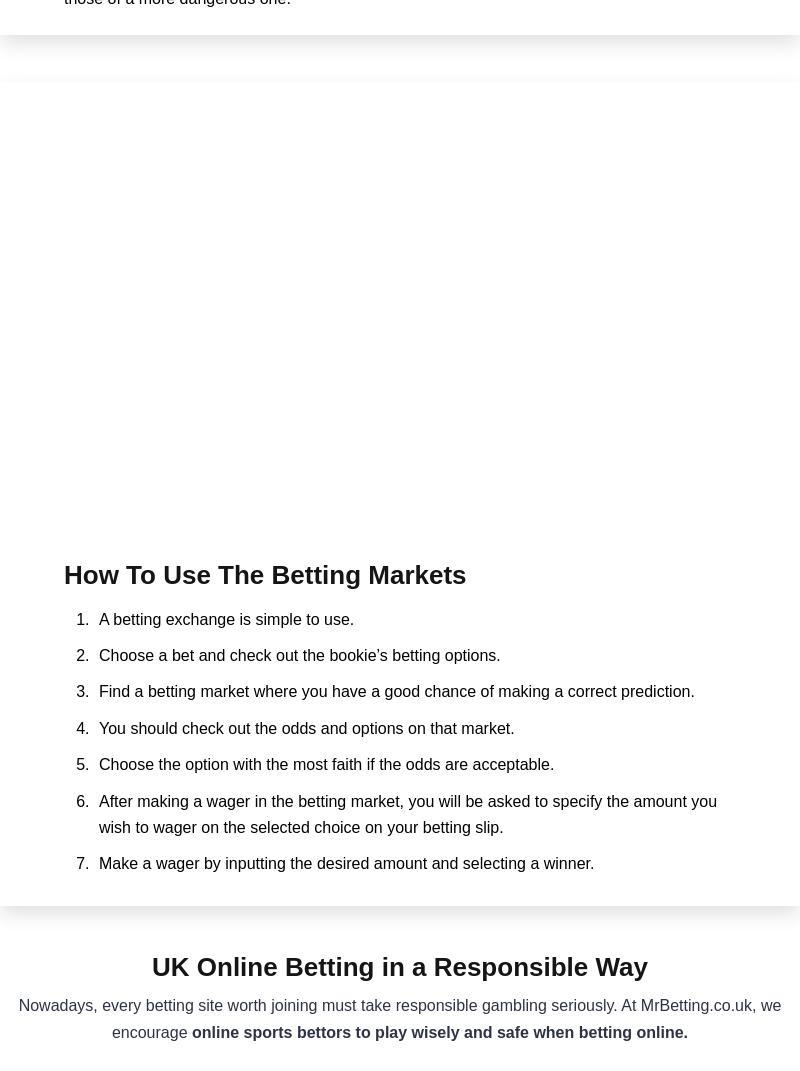 Image resolution: width=800 pixels, height=1071 pixels. I want to click on 'UK Online Betting in a Responsible Way', so click(398, 966).